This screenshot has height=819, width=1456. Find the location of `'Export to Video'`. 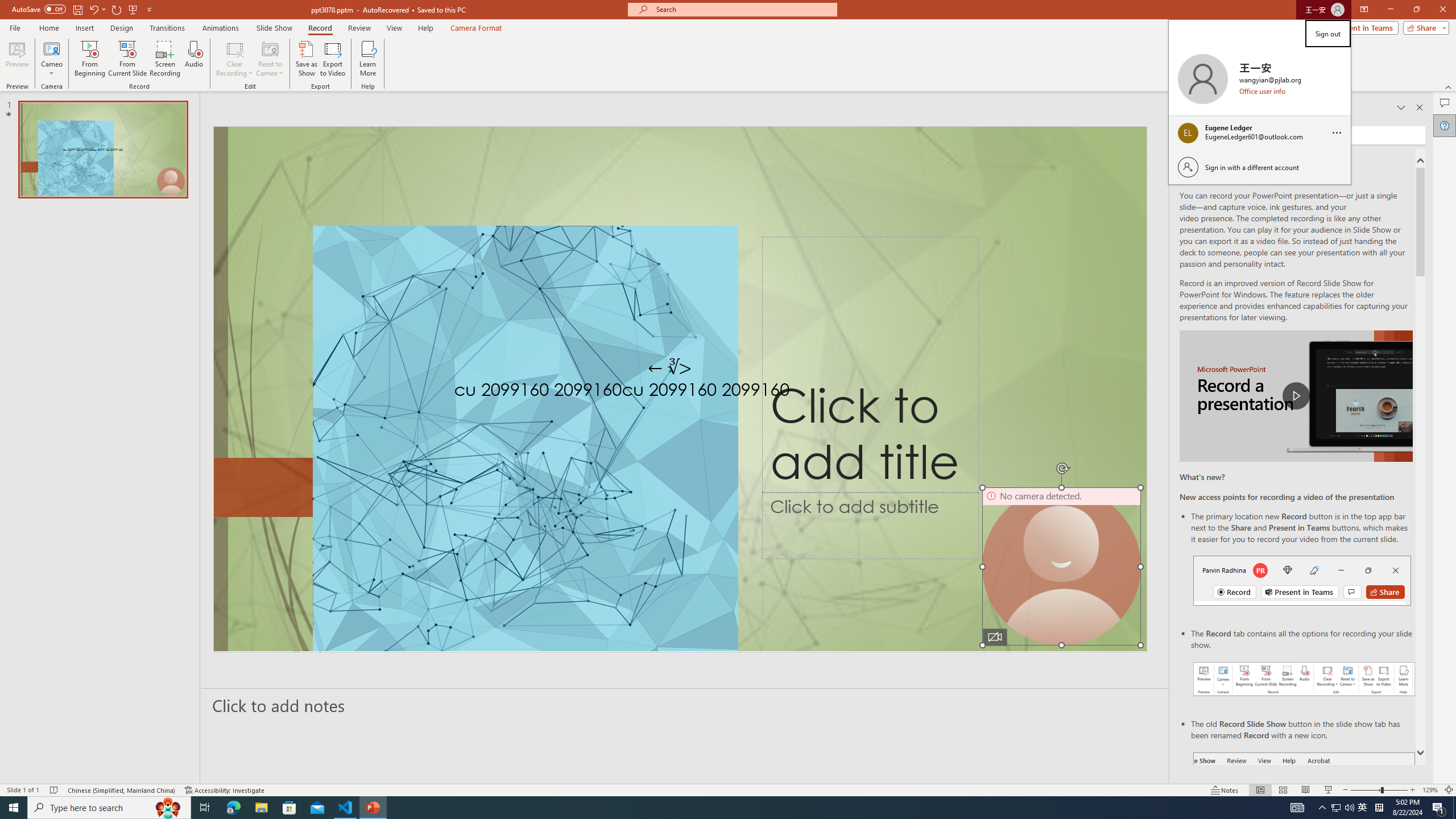

'Export to Video' is located at coordinates (332, 59).